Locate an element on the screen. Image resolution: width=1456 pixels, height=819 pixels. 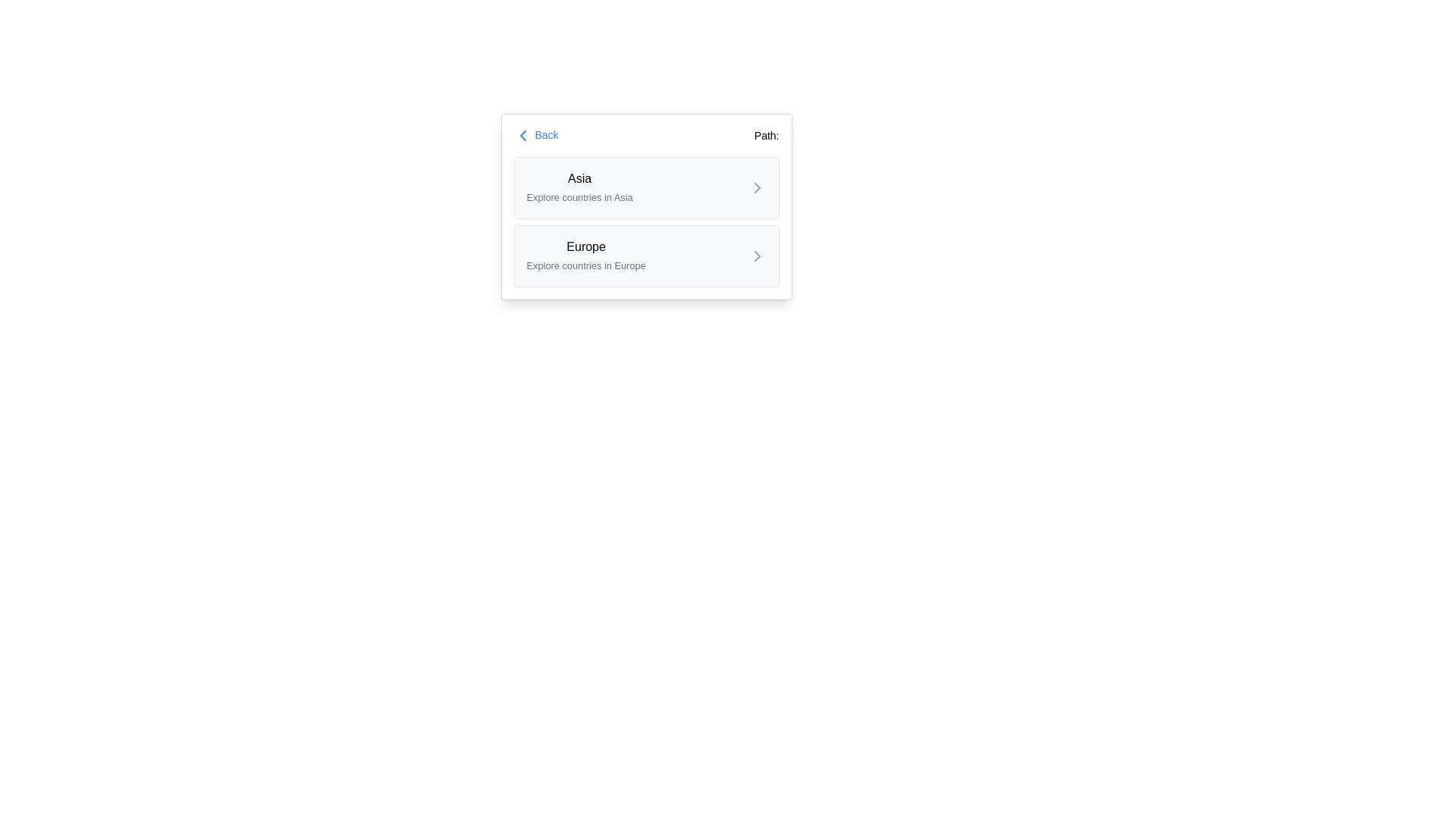
the text label displaying 'Explore countries in Asia', which is styled with the 'text-gray-500' class and located below the text 'Asia' is located at coordinates (579, 196).